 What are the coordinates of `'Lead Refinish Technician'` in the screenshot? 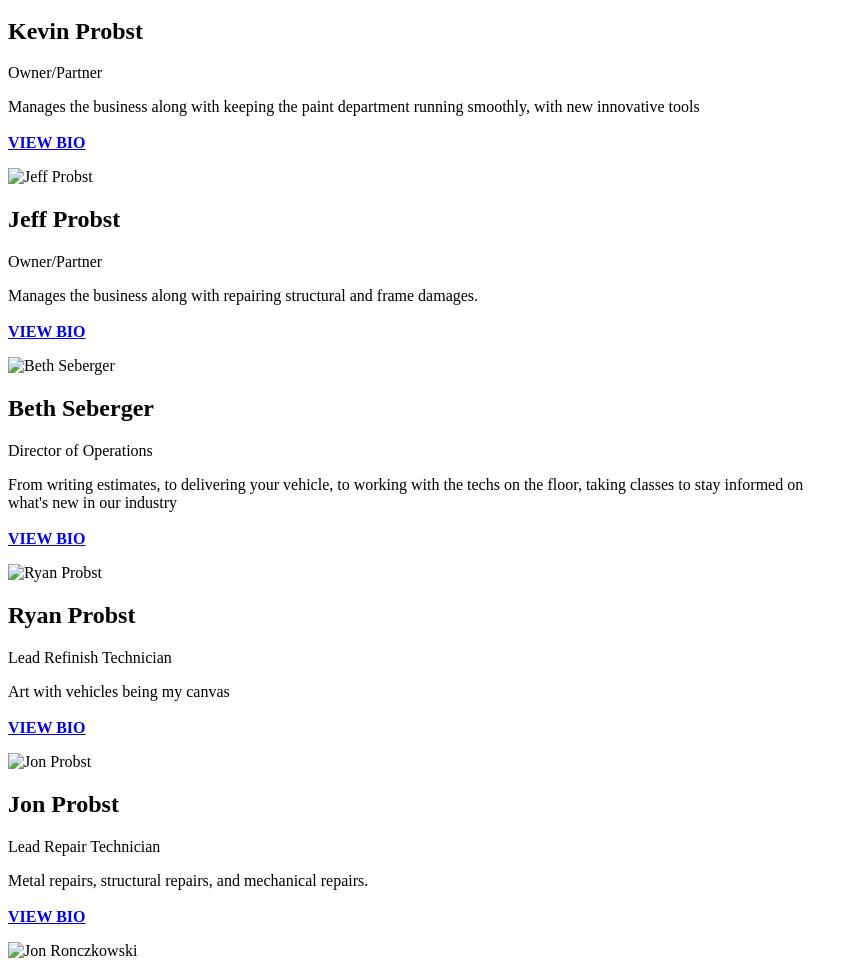 It's located at (6, 656).